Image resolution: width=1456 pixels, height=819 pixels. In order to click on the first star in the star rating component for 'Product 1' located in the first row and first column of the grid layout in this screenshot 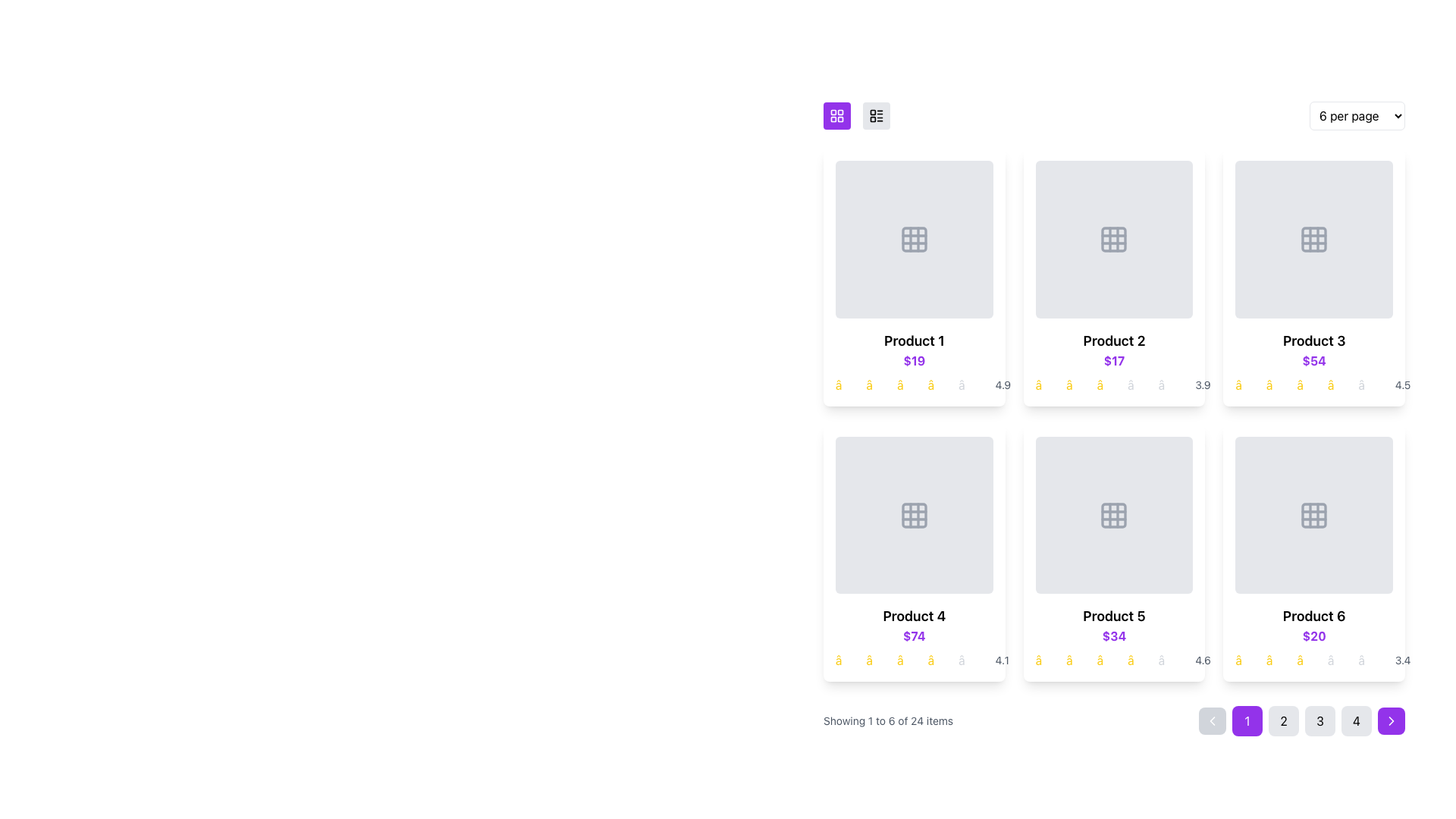, I will do `click(851, 384)`.